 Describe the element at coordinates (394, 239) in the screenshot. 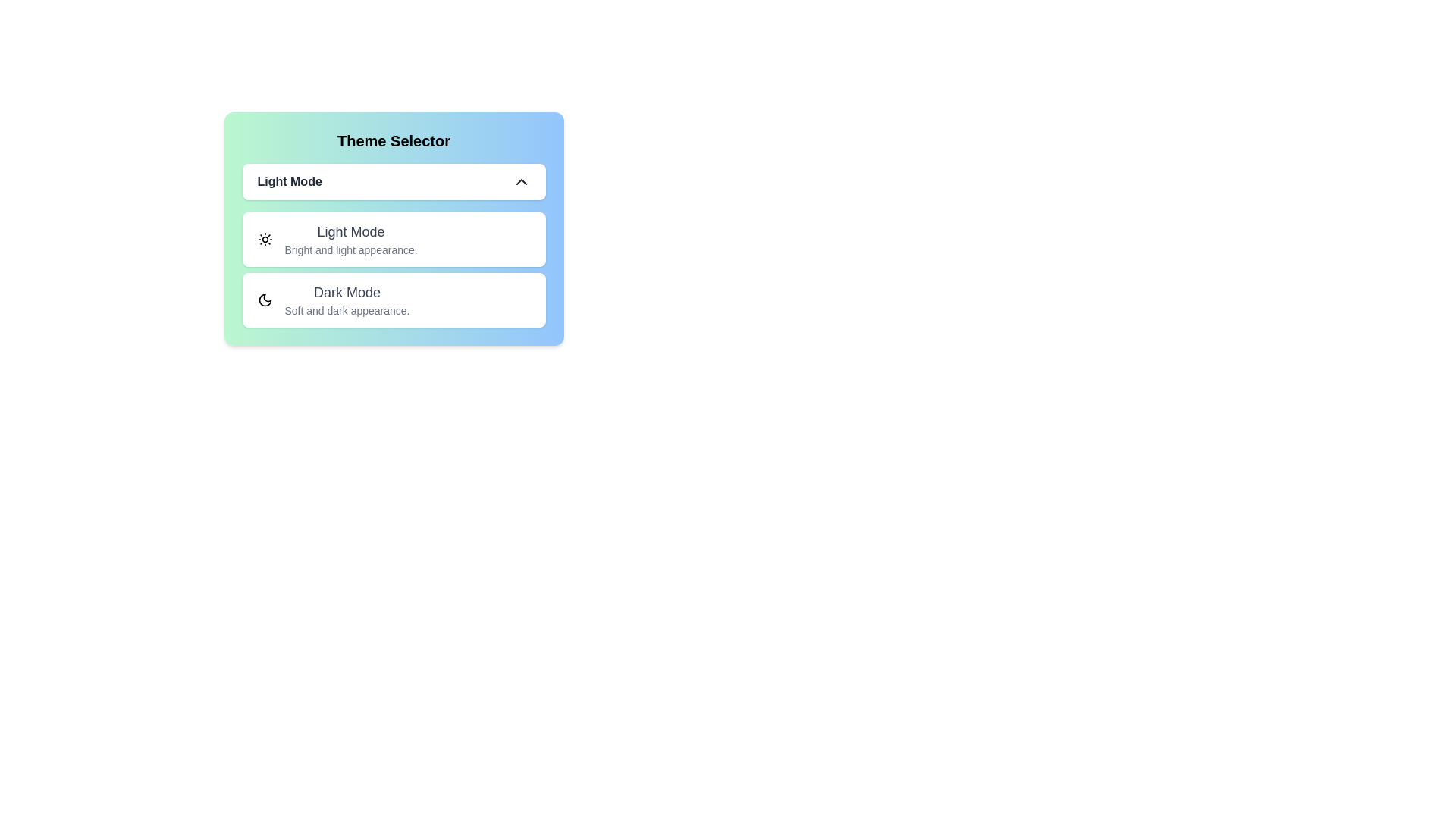

I see `the theme Light Mode by clicking on its respective option in the list` at that location.